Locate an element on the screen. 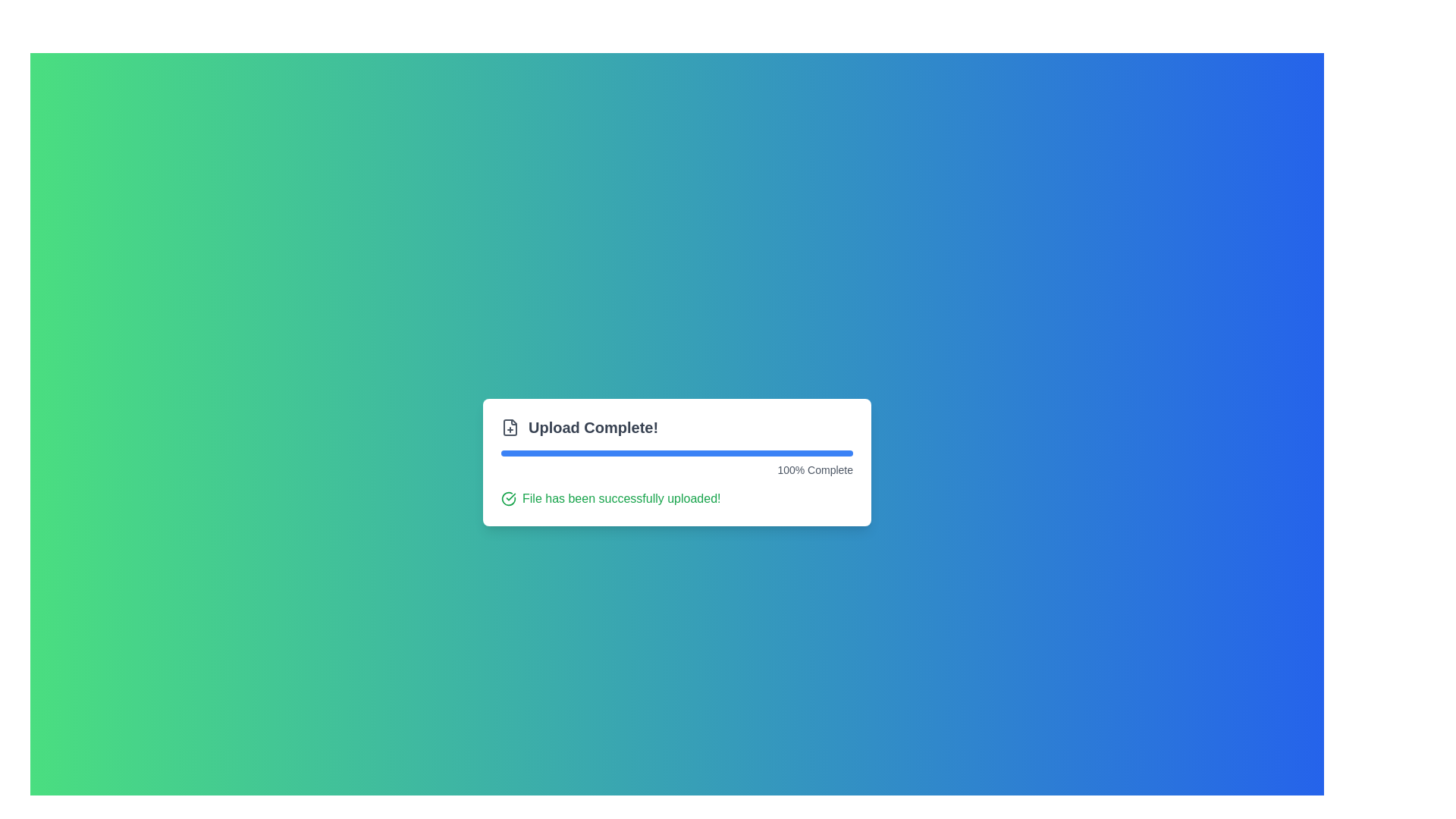 This screenshot has height=819, width=1456. the progress bar that is styled with a gray background and filled with a blue bar, located below the title 'Upload Complete!' and above the text '100% Complete' is located at coordinates (676, 452).